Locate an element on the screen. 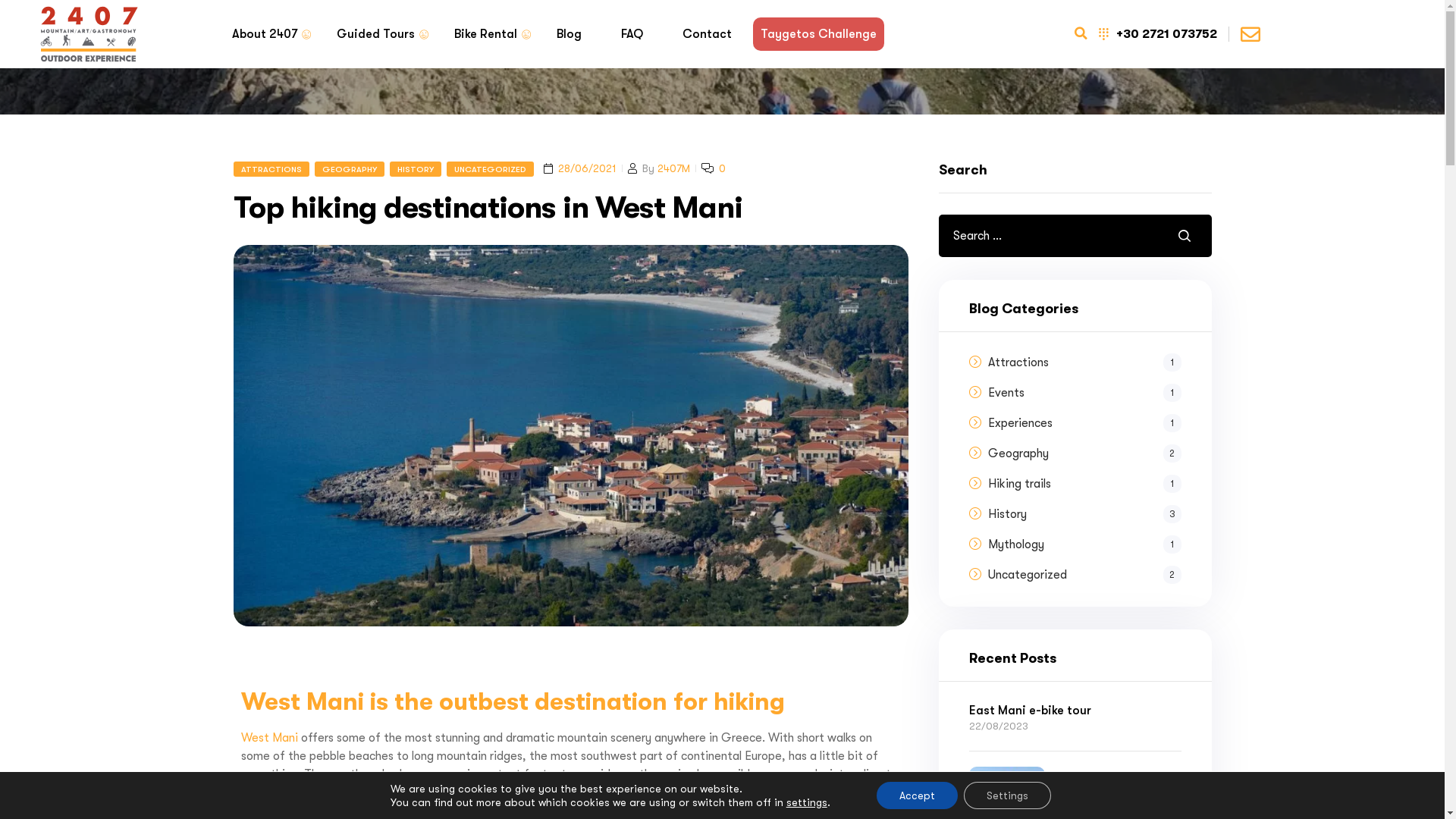 Image resolution: width=1456 pixels, height=819 pixels. 'East Mani e-bike tour' is located at coordinates (1074, 711).